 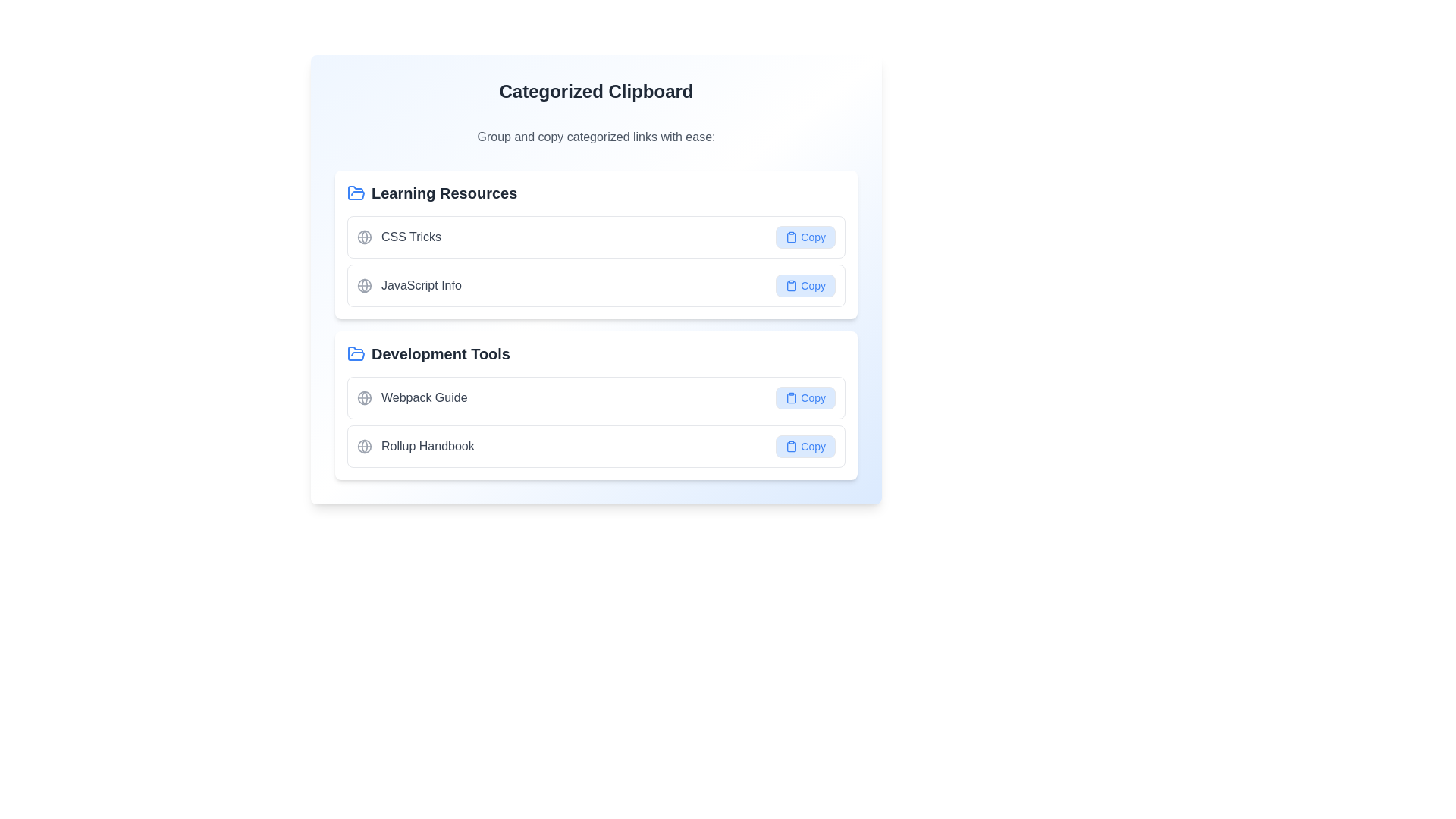 I want to click on the 'JavaScript Info' link in the 'Learning Resources' category, so click(x=595, y=286).